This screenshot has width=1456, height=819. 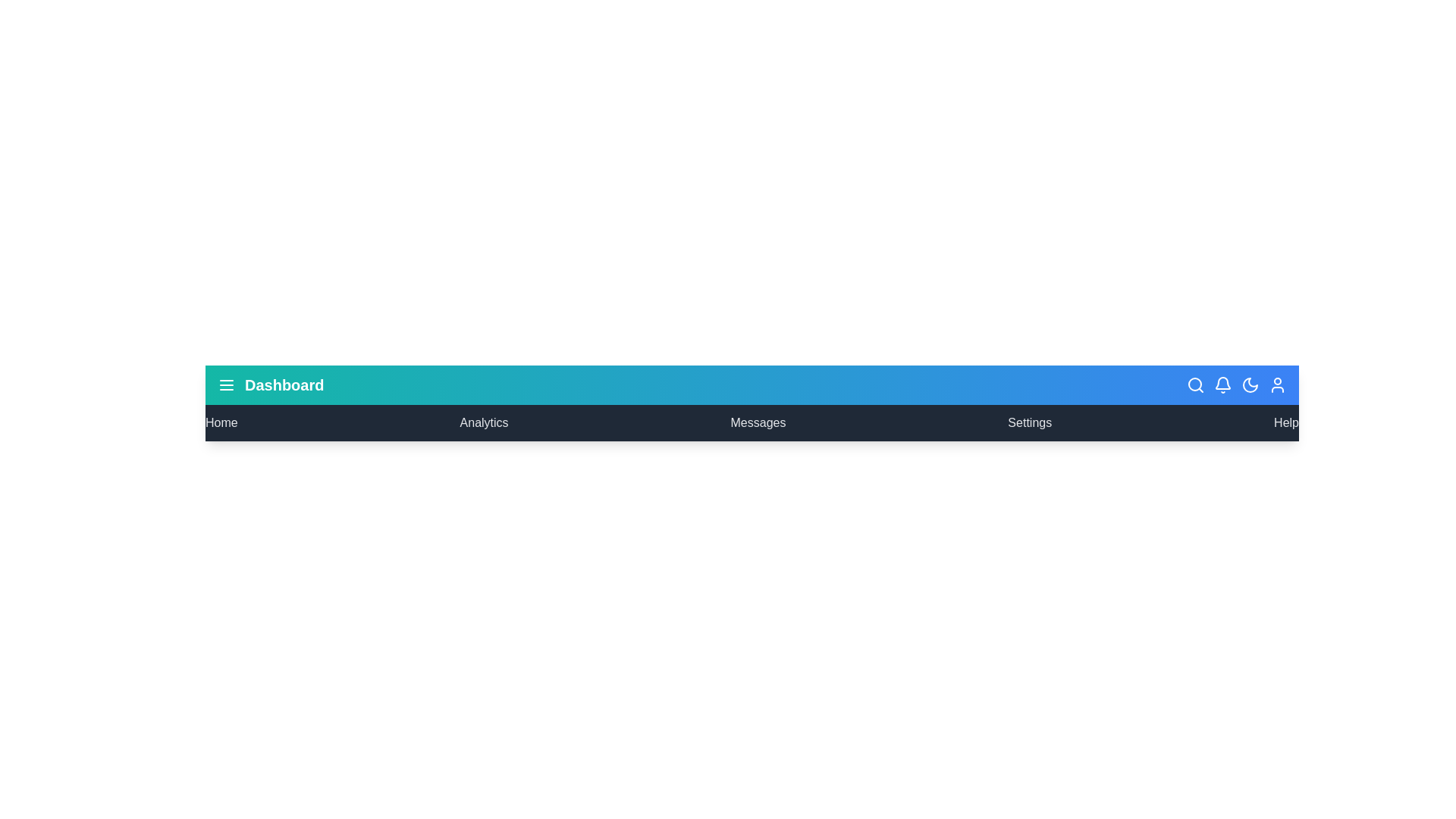 I want to click on the menu item Home to navigate to the respective section, so click(x=221, y=423).